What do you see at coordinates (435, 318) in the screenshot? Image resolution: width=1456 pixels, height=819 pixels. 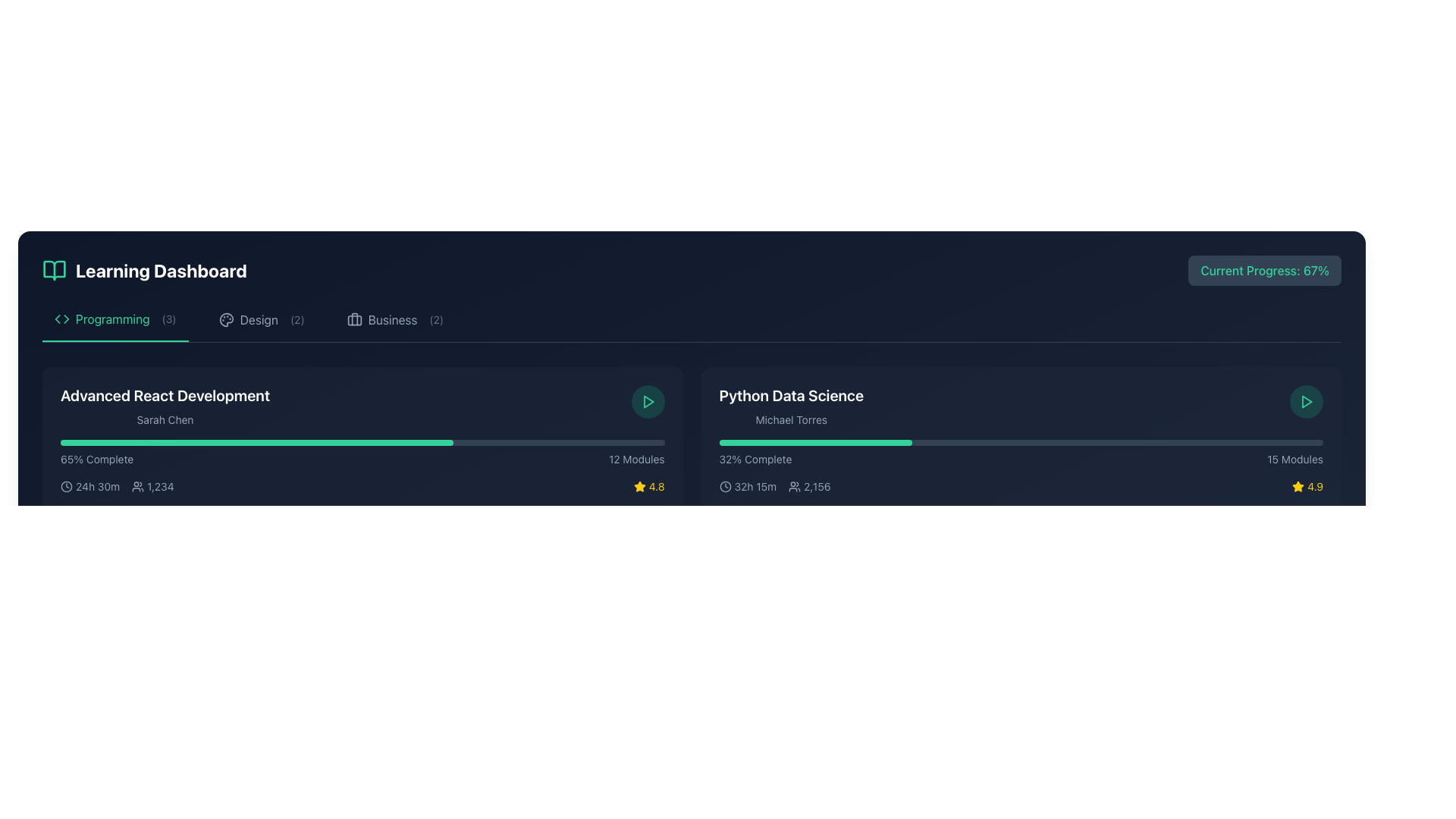 I see `the text label indicating the numerical quantity associated with the label 'Business', located immediately to the right of 'Business' in the Learning Dashboard section` at bounding box center [435, 318].